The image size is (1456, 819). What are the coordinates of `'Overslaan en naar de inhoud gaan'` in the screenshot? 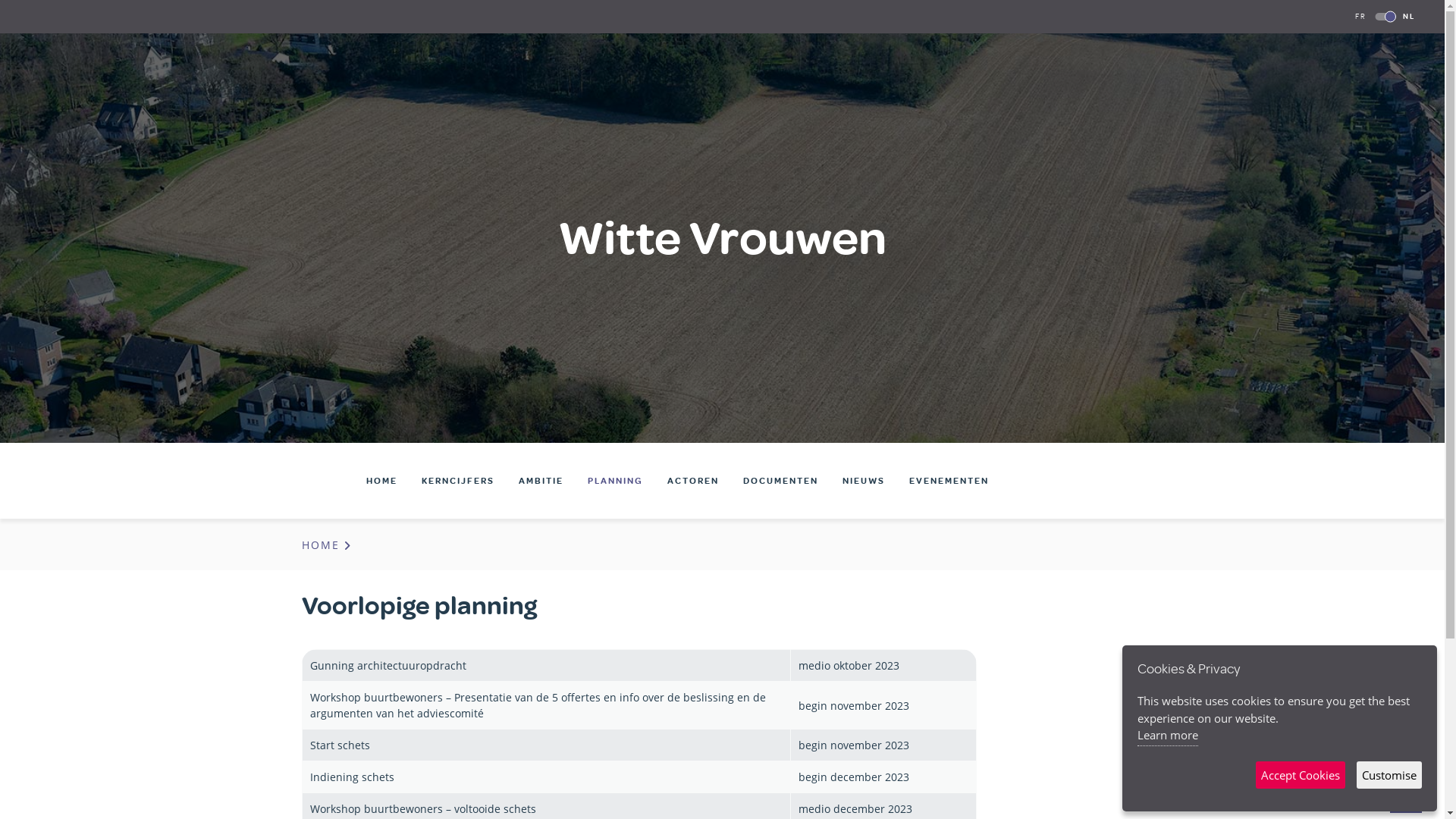 It's located at (0, 0).